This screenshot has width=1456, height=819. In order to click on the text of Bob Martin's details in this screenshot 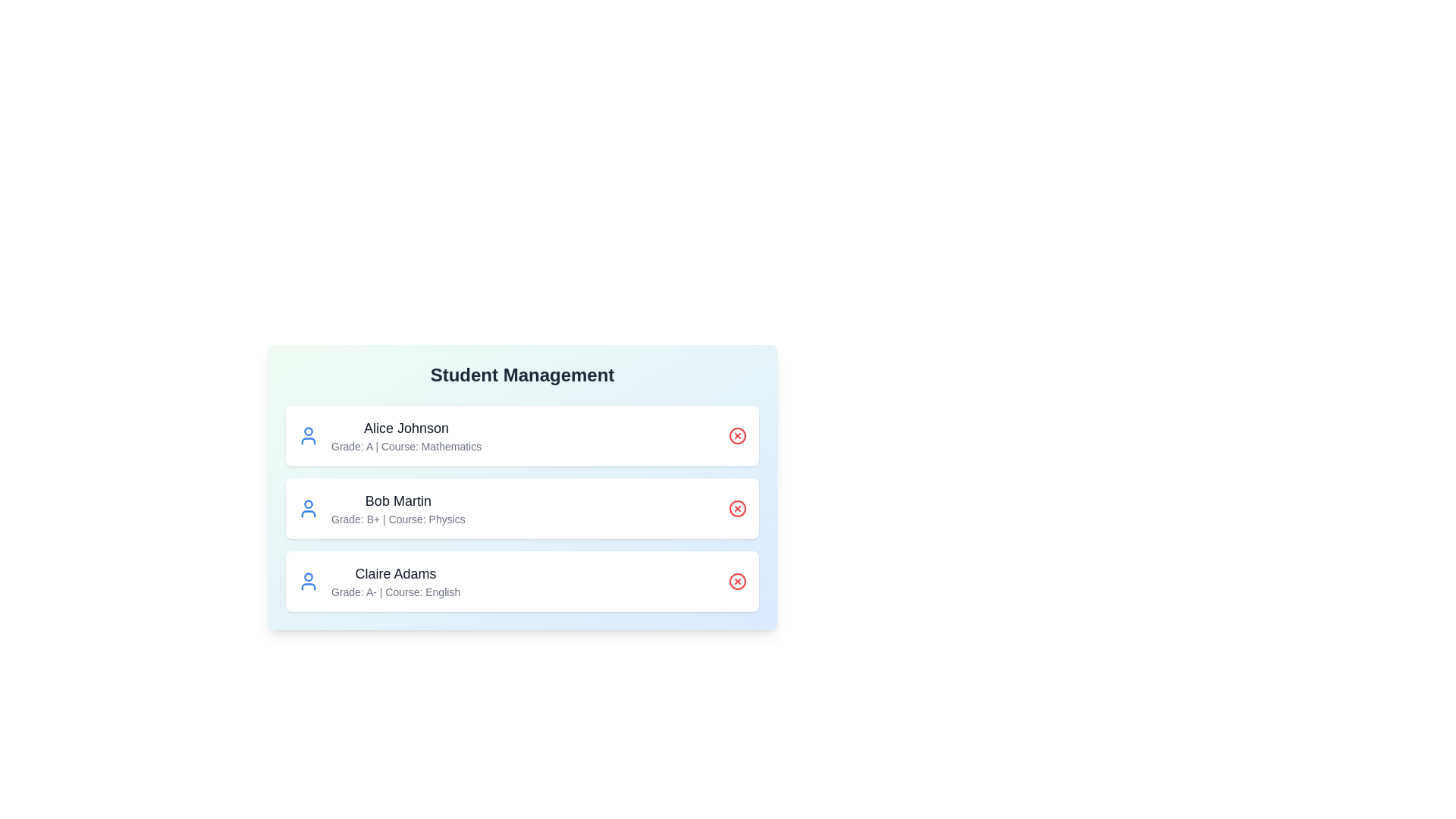, I will do `click(397, 500)`.